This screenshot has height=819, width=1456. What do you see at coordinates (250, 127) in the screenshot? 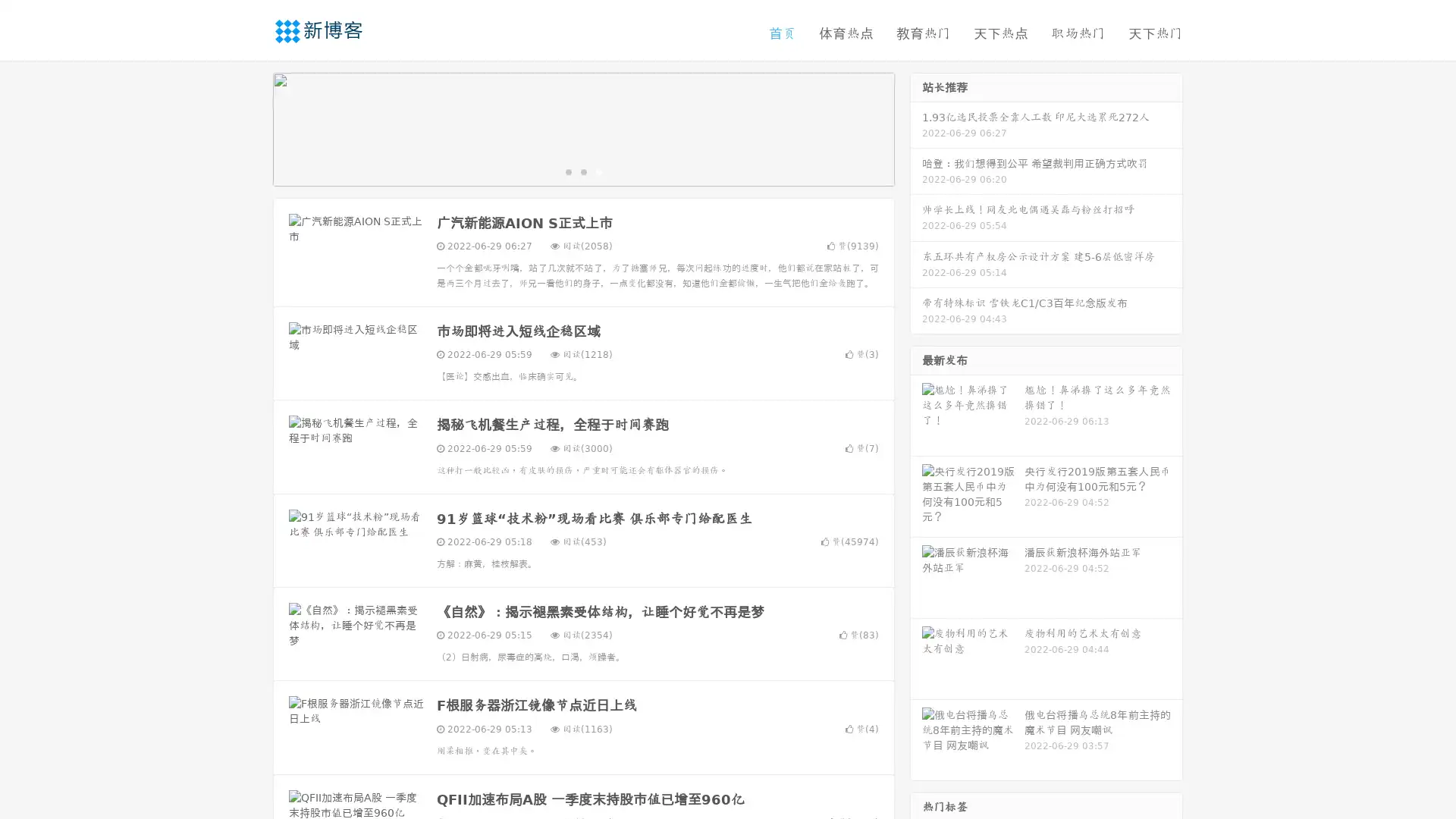
I see `Previous slide` at bounding box center [250, 127].